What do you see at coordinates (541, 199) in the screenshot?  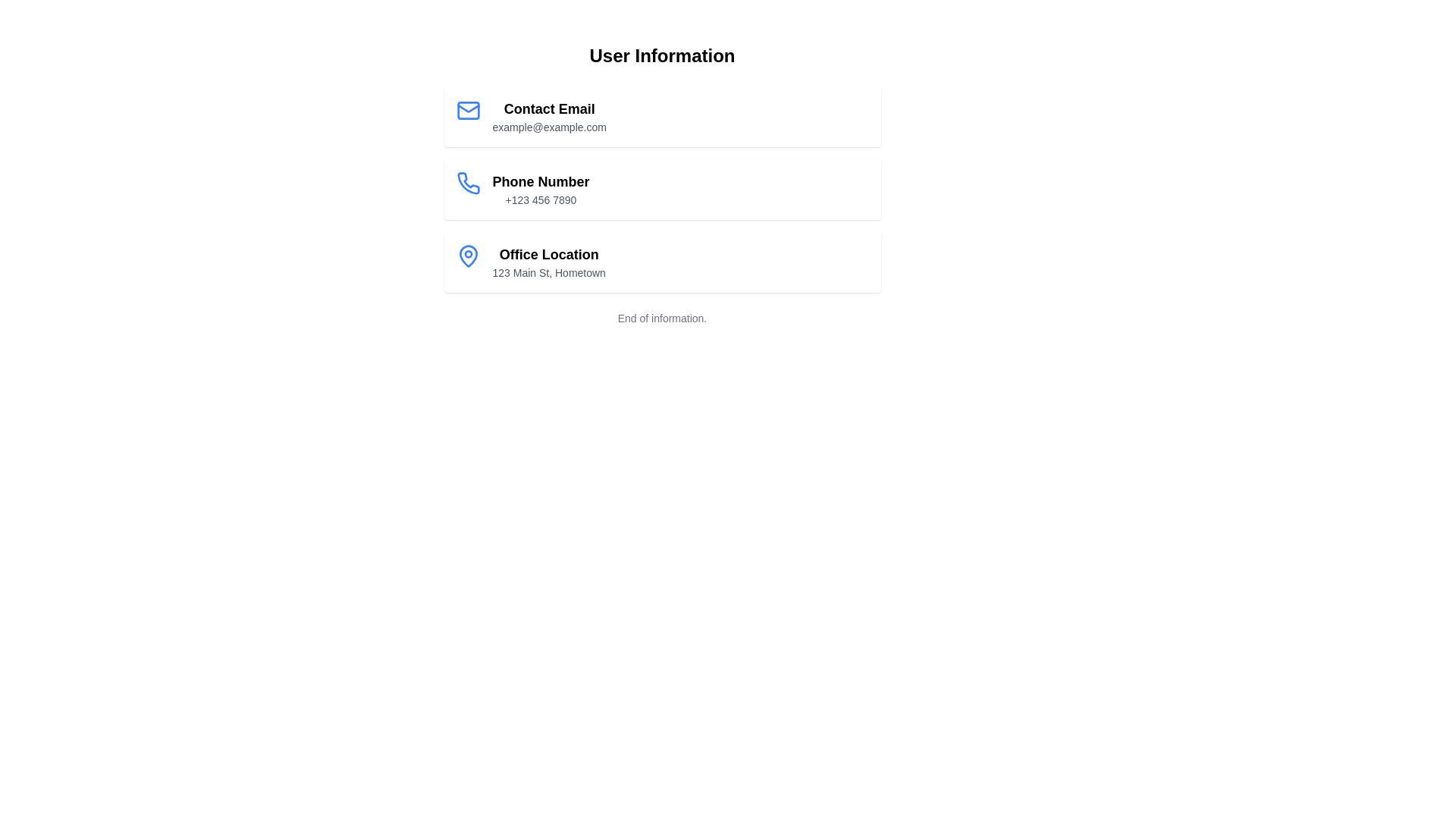 I see `the non-interactive Text Display showing the user's phone number, located beneath the 'Phone Number' label in the 'User Information' section` at bounding box center [541, 199].